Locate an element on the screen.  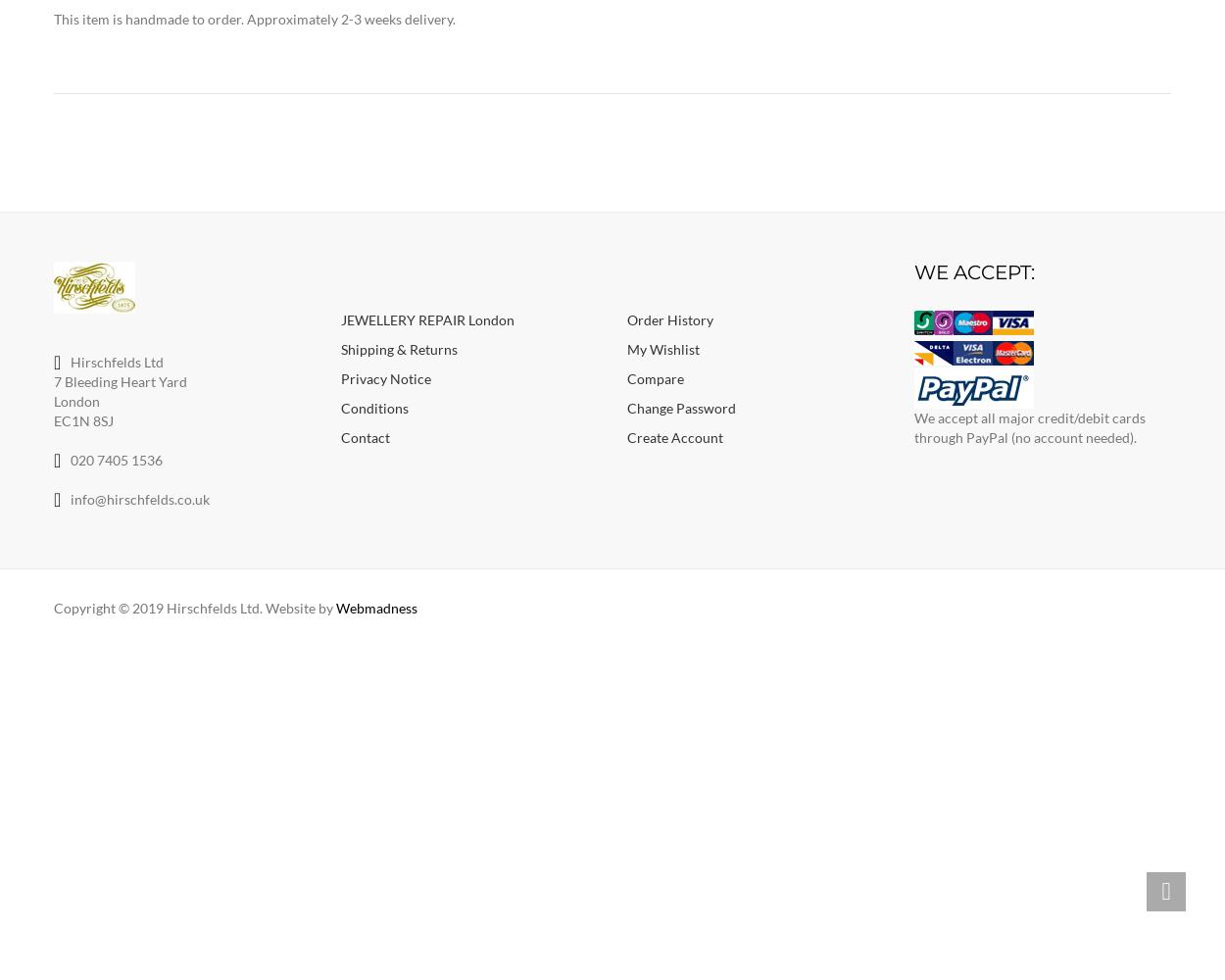
'London' is located at coordinates (75, 400).